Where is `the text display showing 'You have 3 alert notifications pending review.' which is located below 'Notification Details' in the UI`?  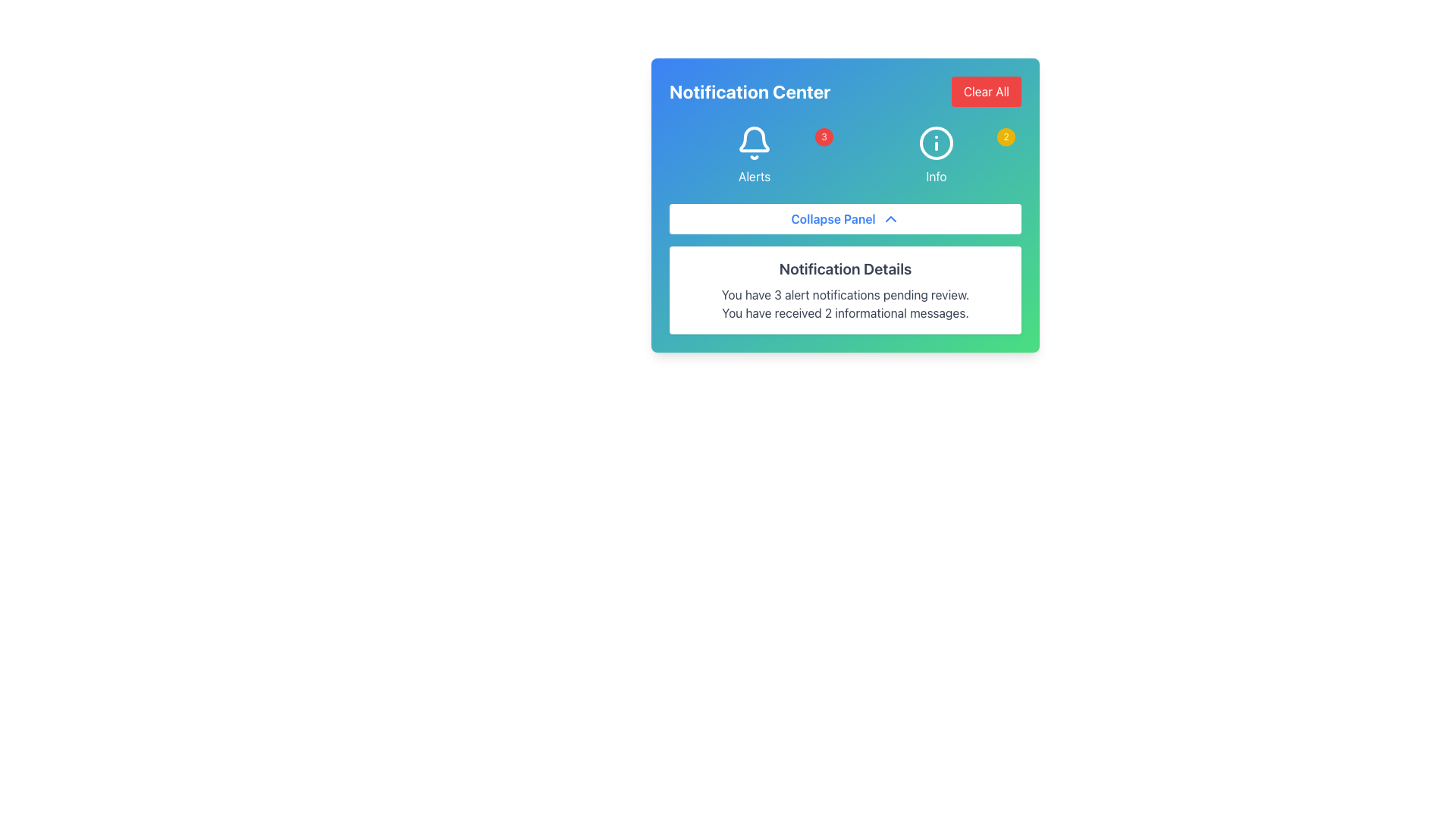 the text display showing 'You have 3 alert notifications pending review.' which is located below 'Notification Details' in the UI is located at coordinates (844, 295).